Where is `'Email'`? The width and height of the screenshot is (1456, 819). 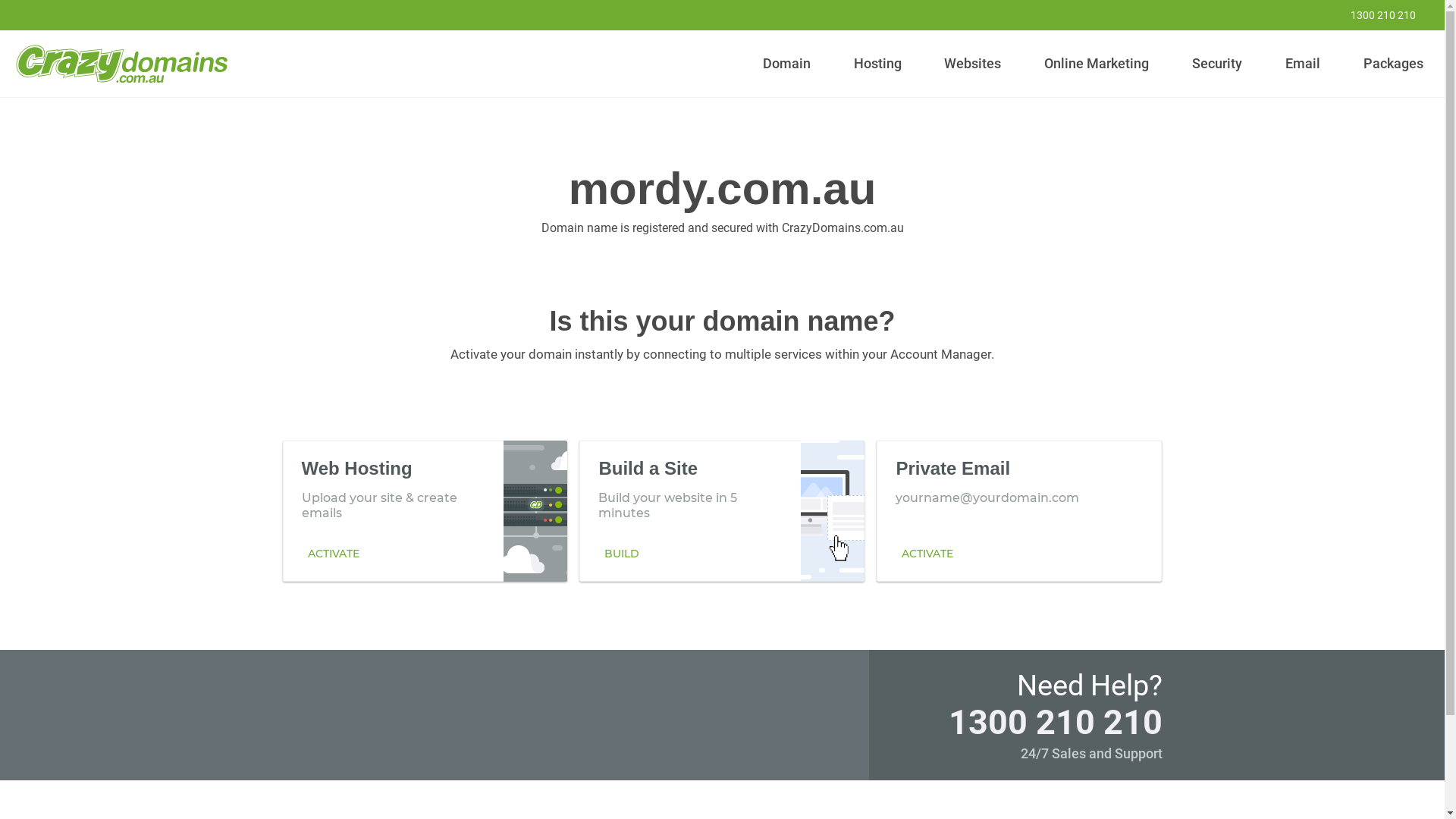 'Email' is located at coordinates (1301, 63).